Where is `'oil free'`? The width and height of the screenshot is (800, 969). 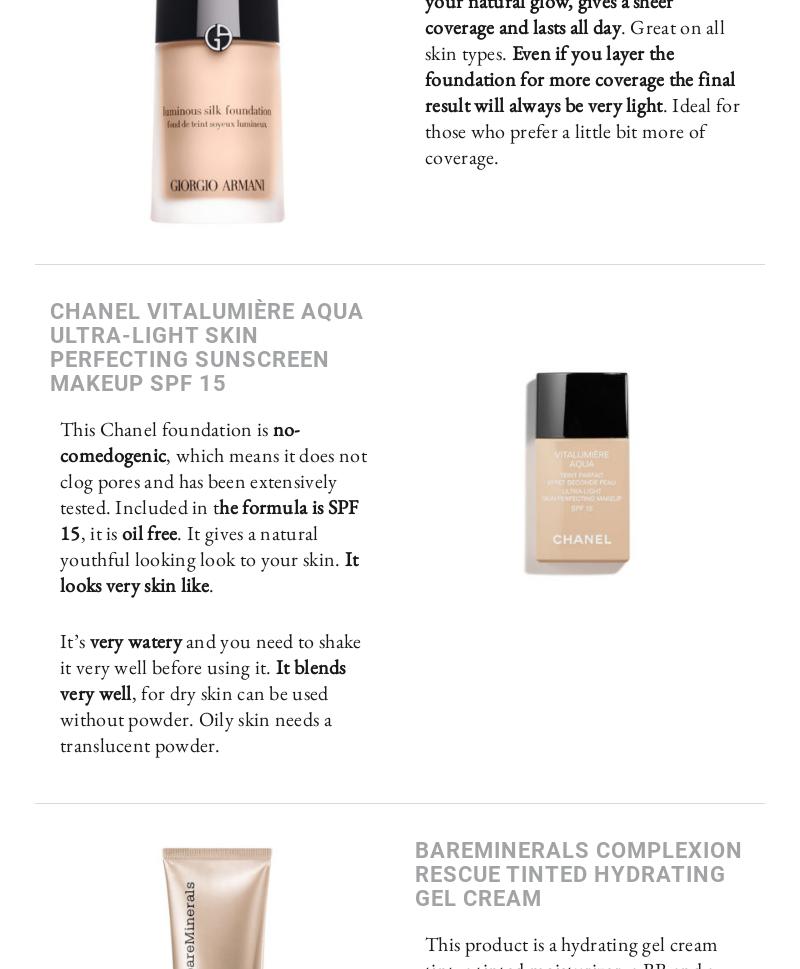 'oil free' is located at coordinates (149, 533).